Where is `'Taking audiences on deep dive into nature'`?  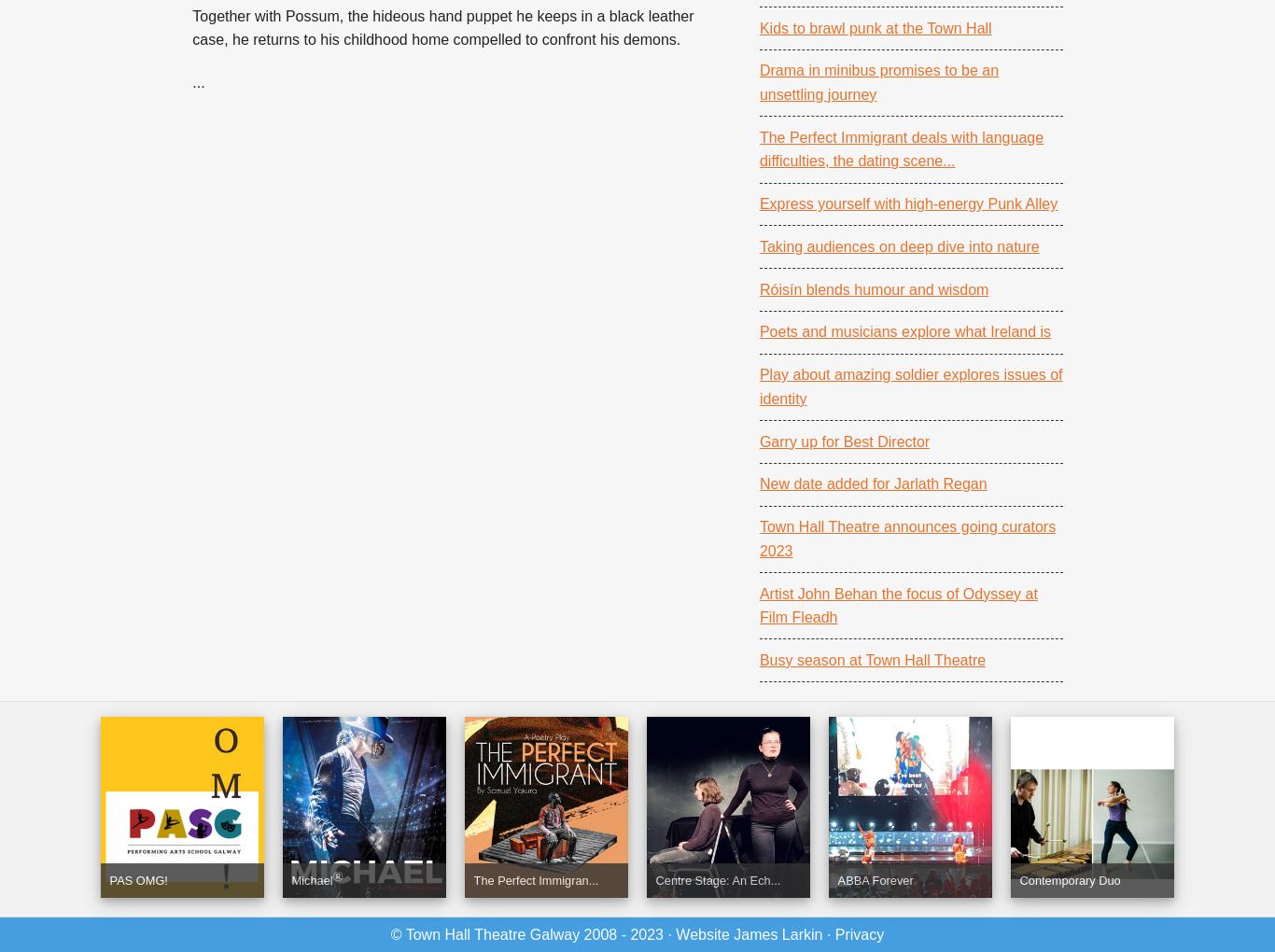
'Taking audiences on deep dive into nature' is located at coordinates (758, 245).